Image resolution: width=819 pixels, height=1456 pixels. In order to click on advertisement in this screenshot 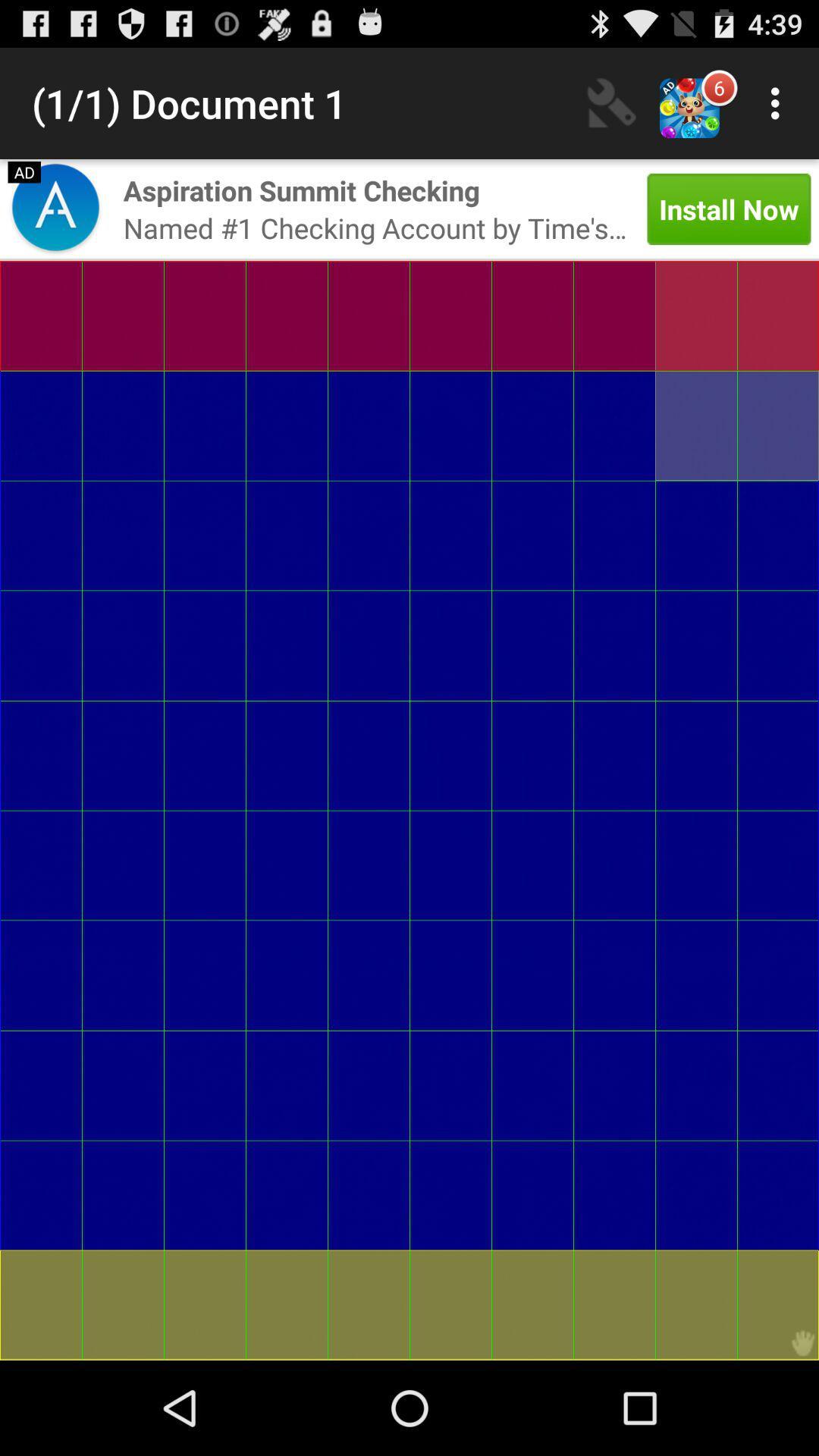, I will do `click(55, 208)`.